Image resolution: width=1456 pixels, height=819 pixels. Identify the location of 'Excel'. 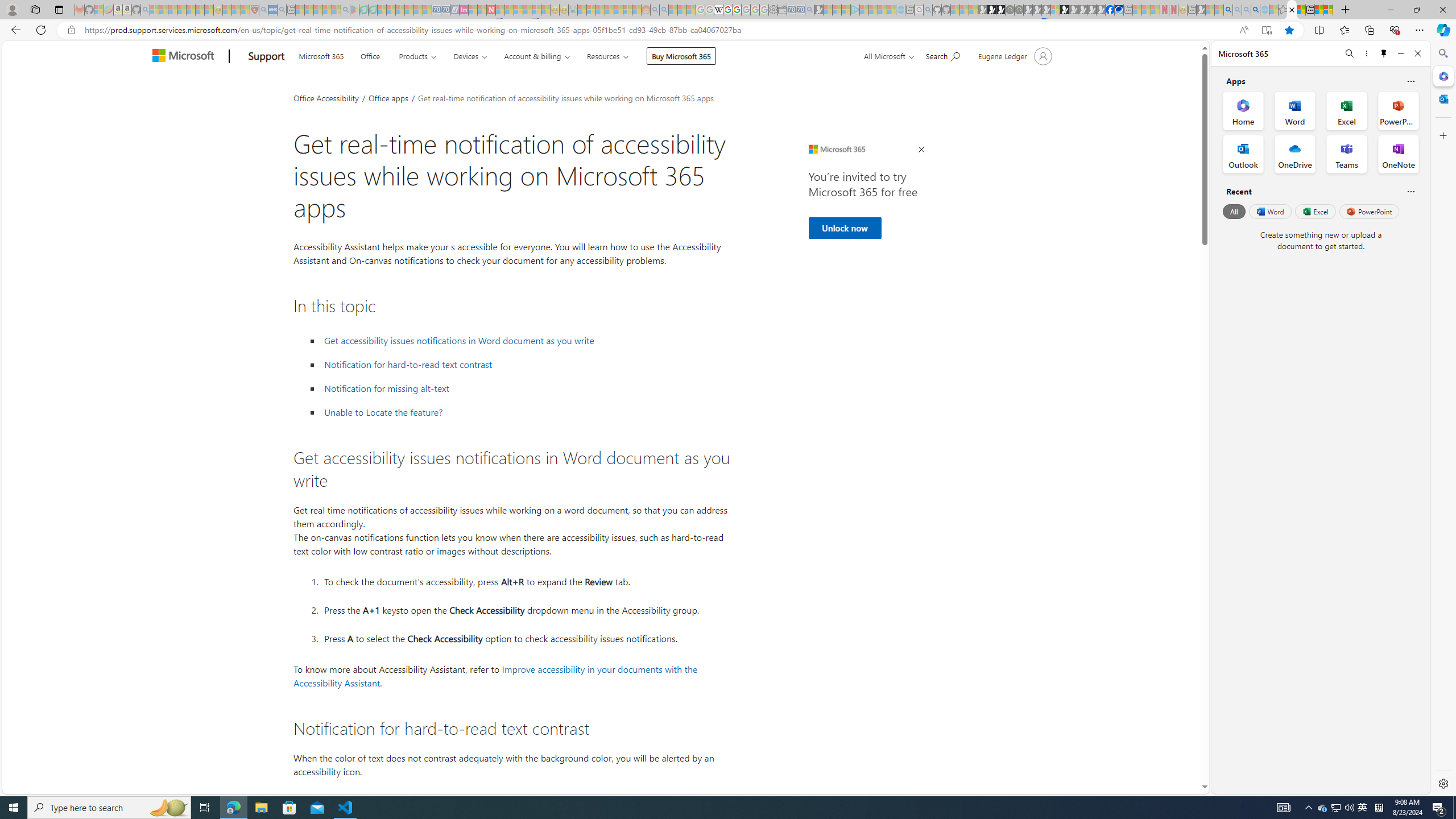
(1314, 211).